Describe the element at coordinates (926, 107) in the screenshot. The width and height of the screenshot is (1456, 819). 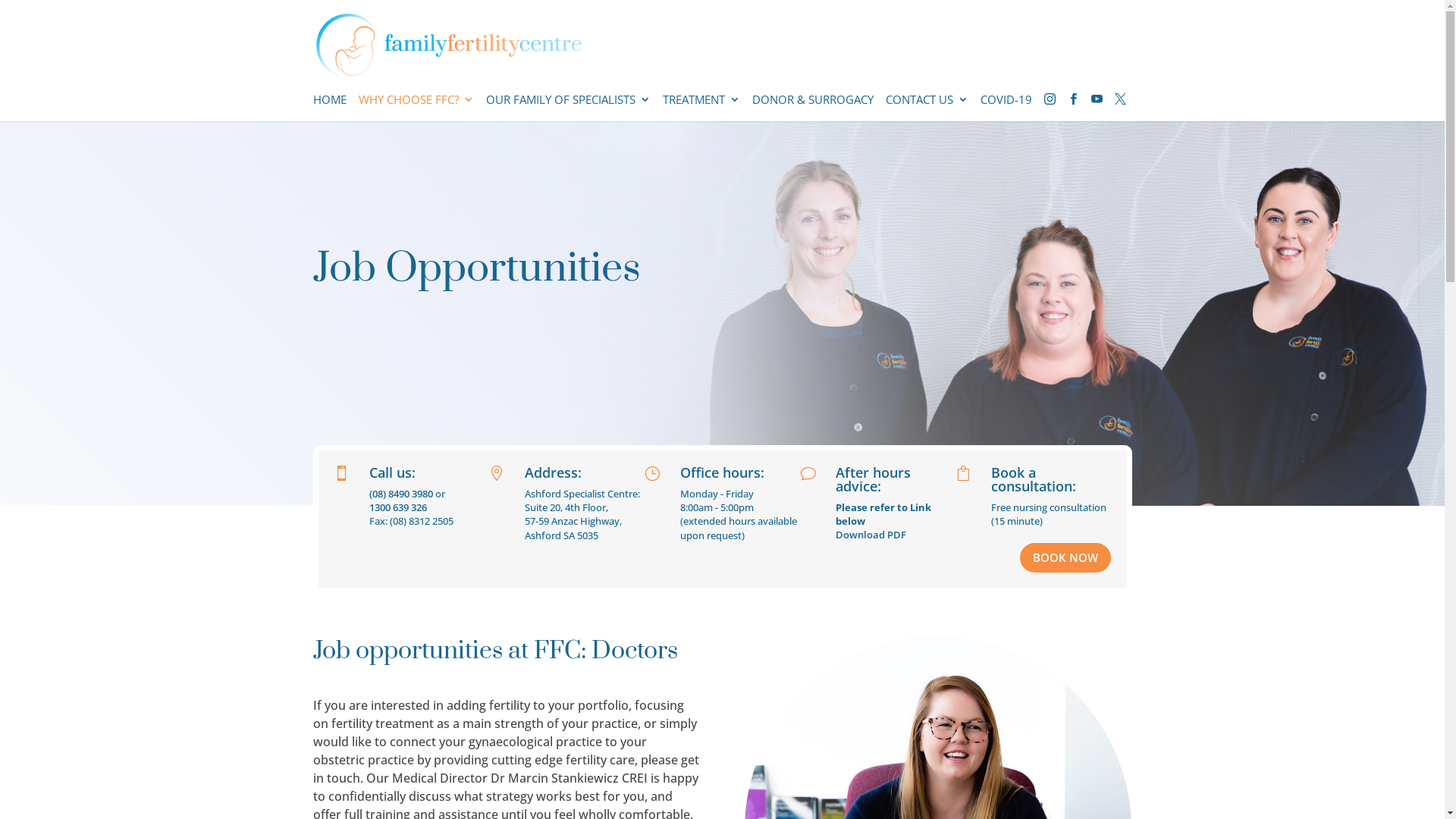
I see `'CONTACT US'` at that location.